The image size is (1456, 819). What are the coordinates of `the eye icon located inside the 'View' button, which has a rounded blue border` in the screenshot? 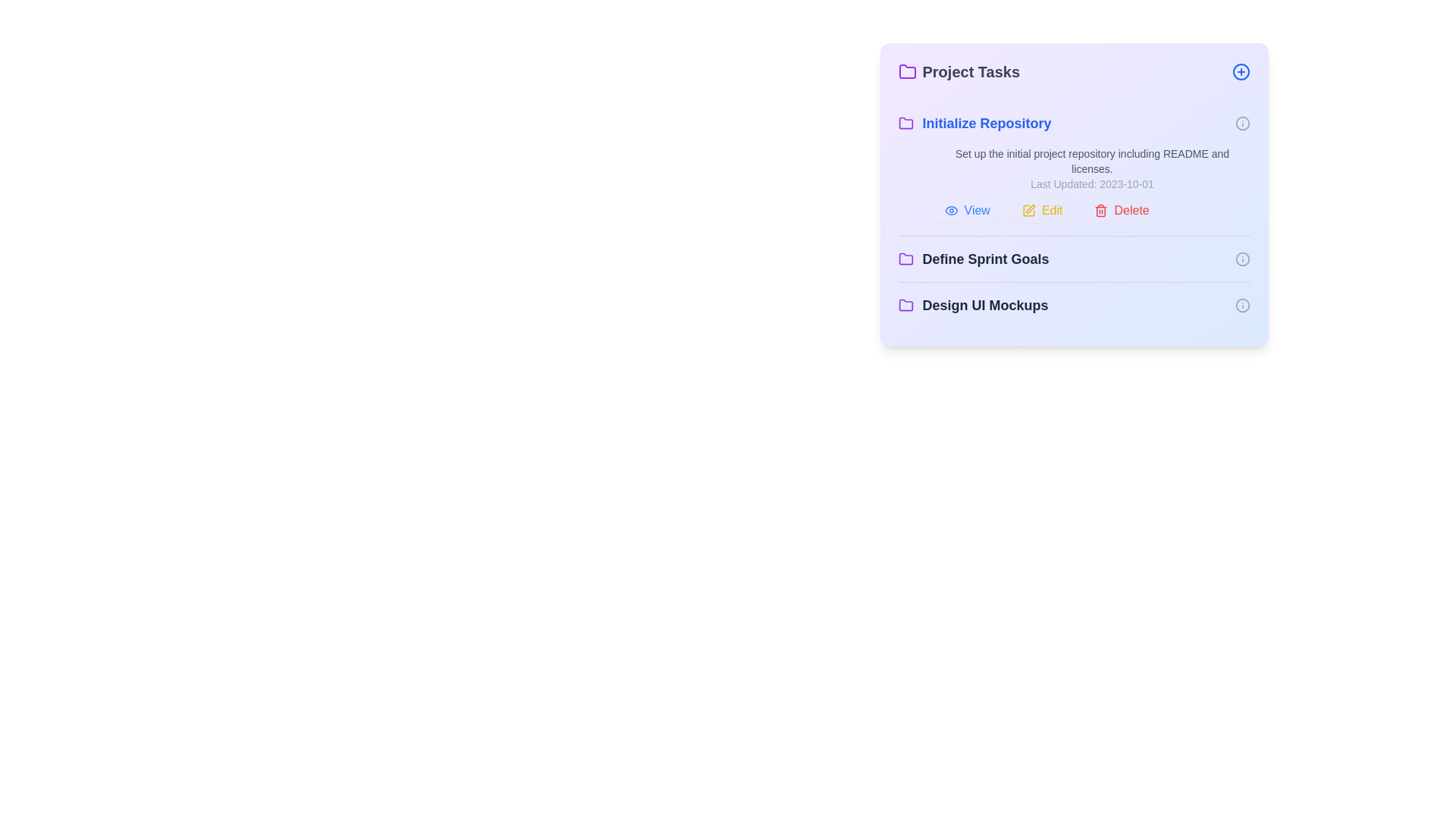 It's located at (950, 210).